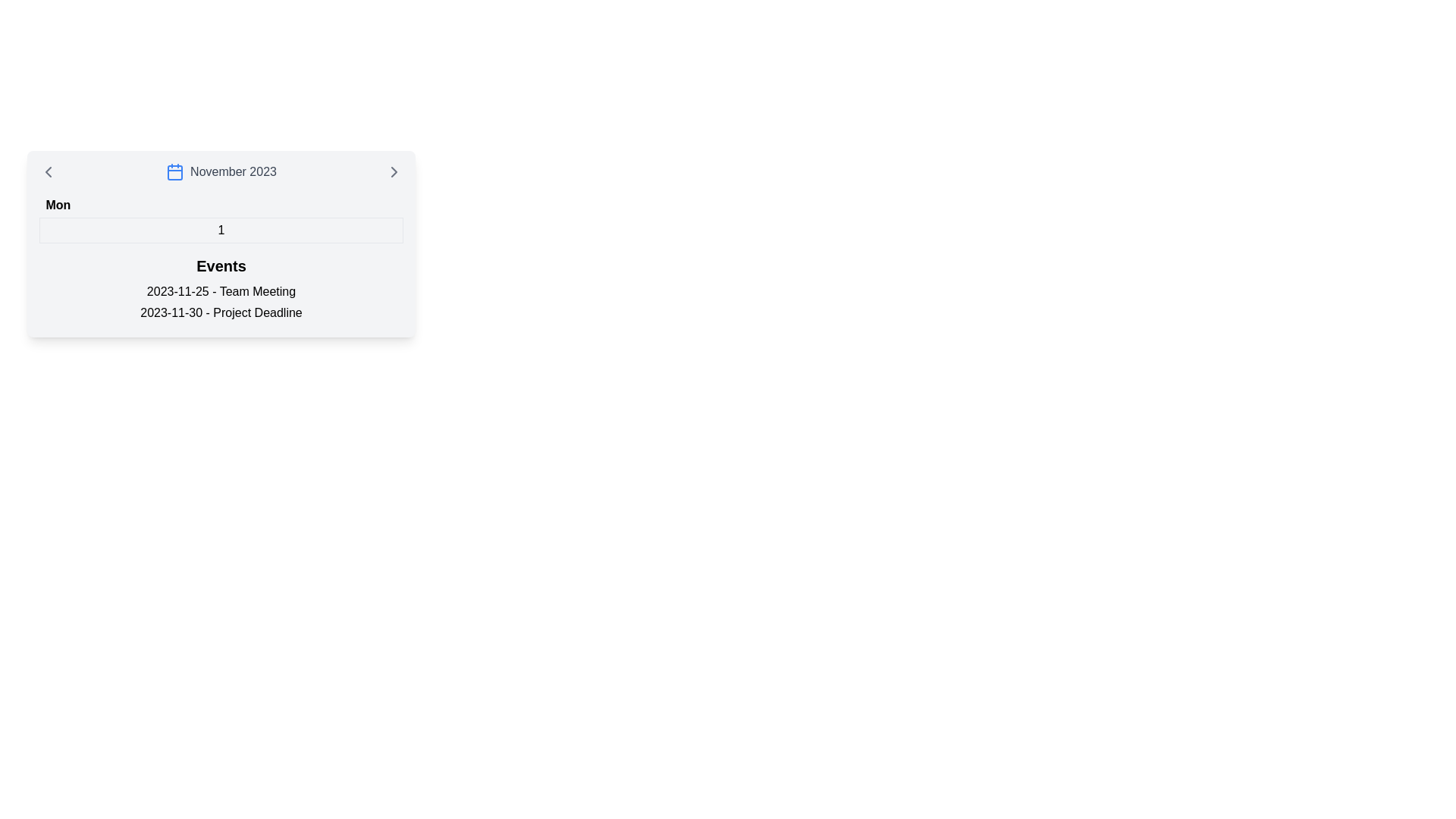  What do you see at coordinates (221, 171) in the screenshot?
I see `or read the content of the Label with Icon indicating the currently displayed month and year, located at the center of the top section of the card layout` at bounding box center [221, 171].